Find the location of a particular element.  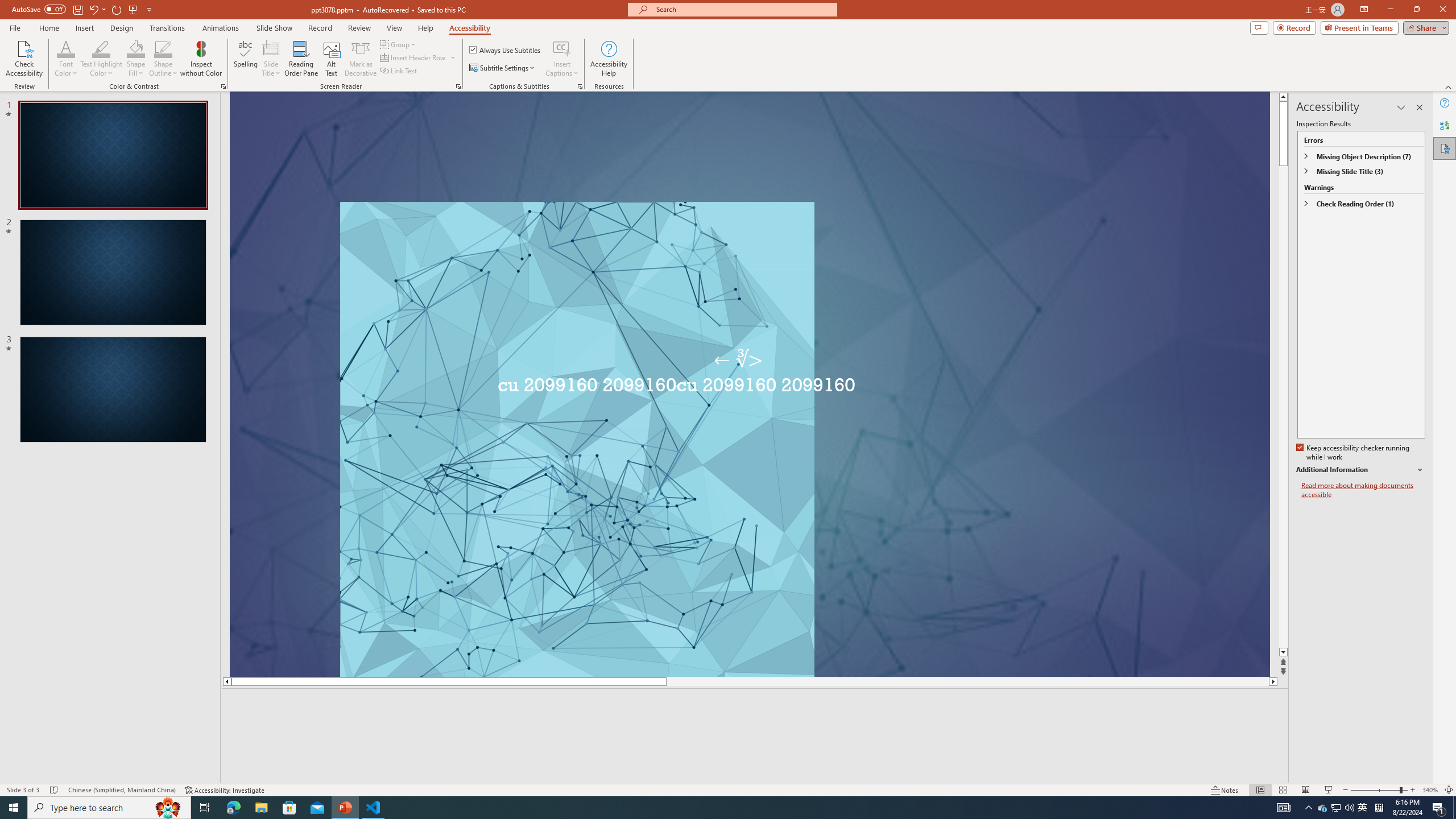

'Slide Title' is located at coordinates (271, 48).